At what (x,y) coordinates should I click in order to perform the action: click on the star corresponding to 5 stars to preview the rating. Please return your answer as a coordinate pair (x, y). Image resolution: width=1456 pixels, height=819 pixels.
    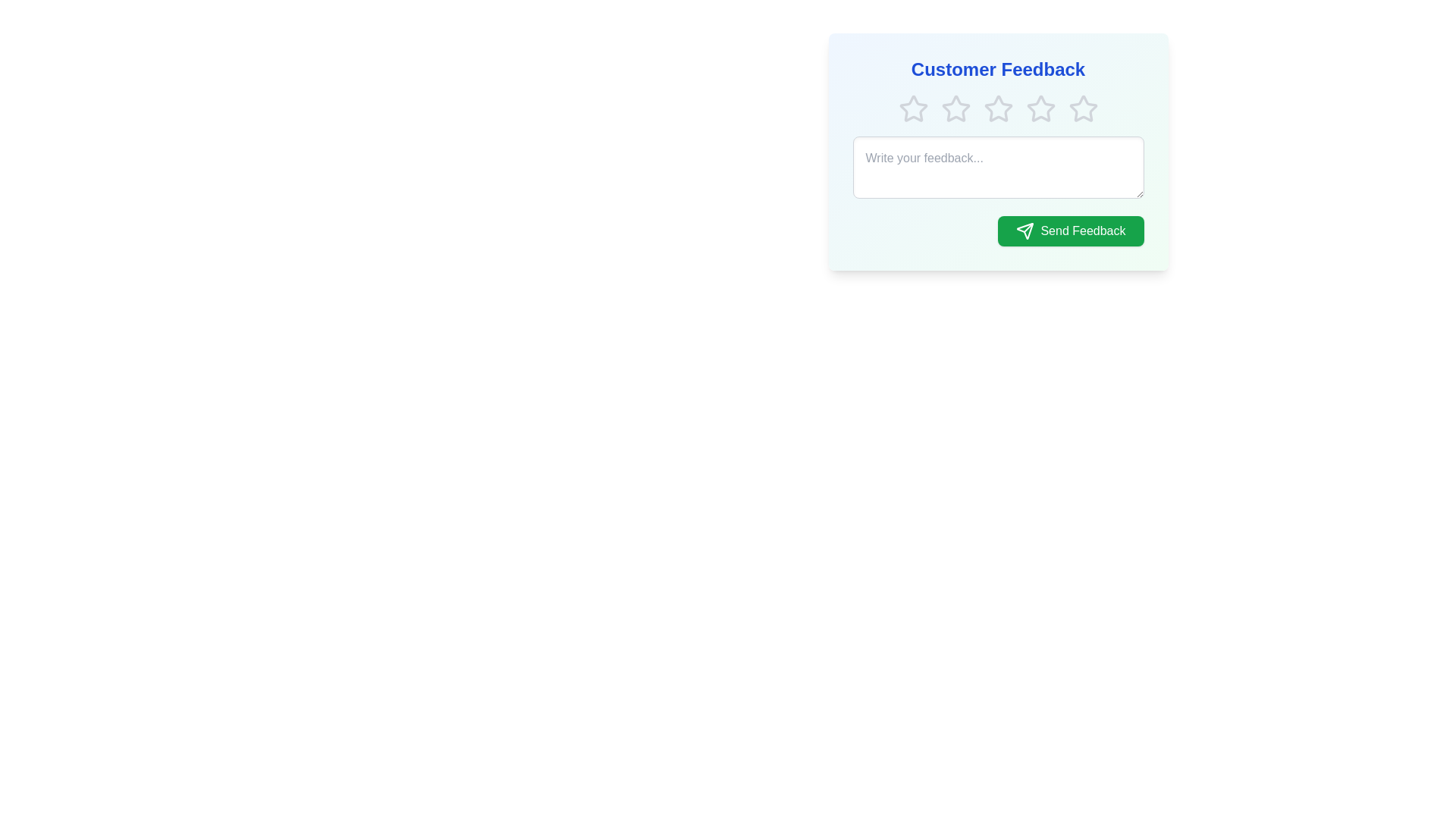
    Looking at the image, I should click on (1082, 108).